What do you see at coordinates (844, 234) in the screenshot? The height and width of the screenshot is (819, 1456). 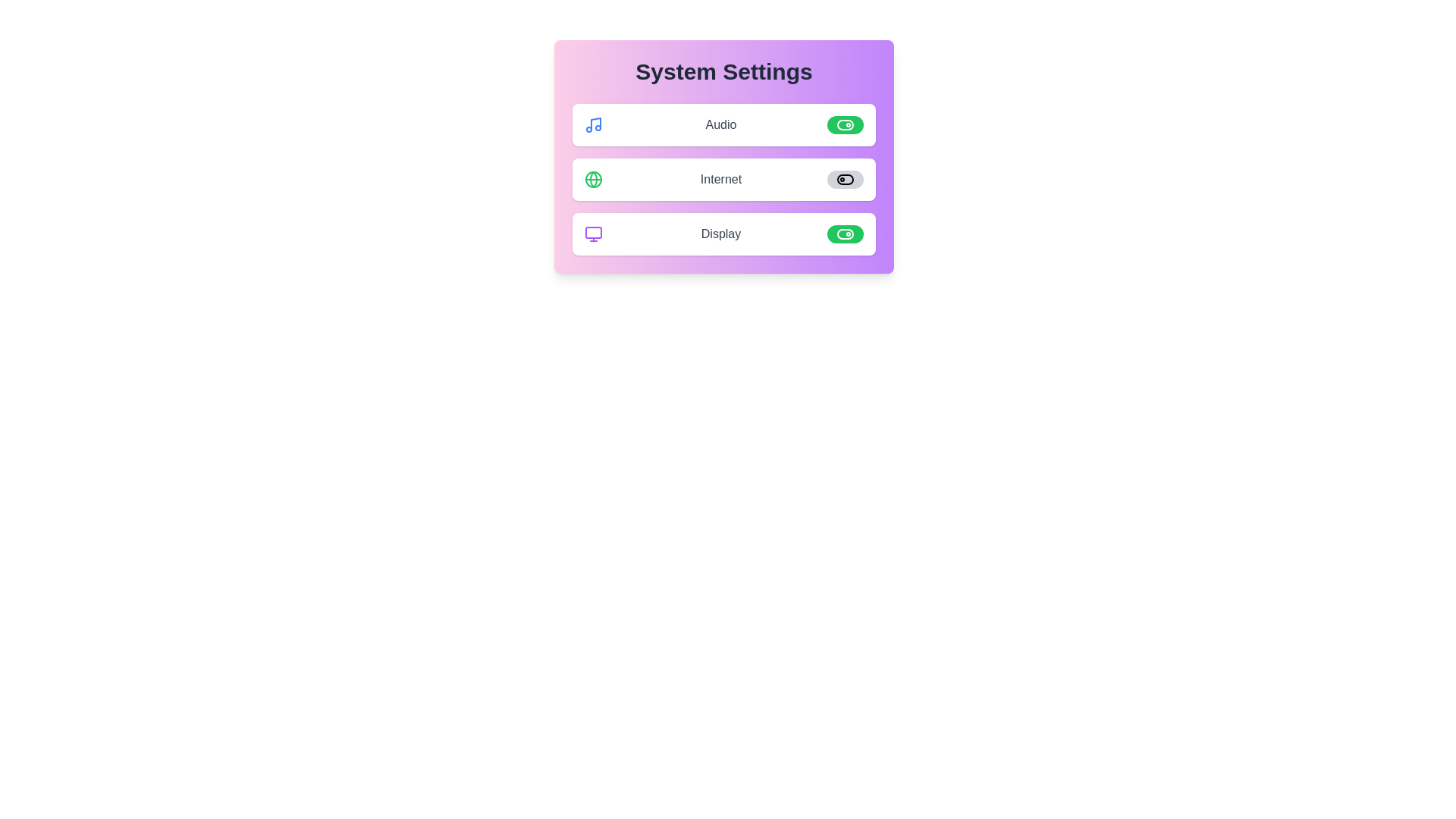 I see `the Toggle Switch Background, which visually represents the active state of the toggle switch with a green background, indicating that the option is toggled 'on'. This element is located in the lower-most toggle switch row within the menu` at bounding box center [844, 234].